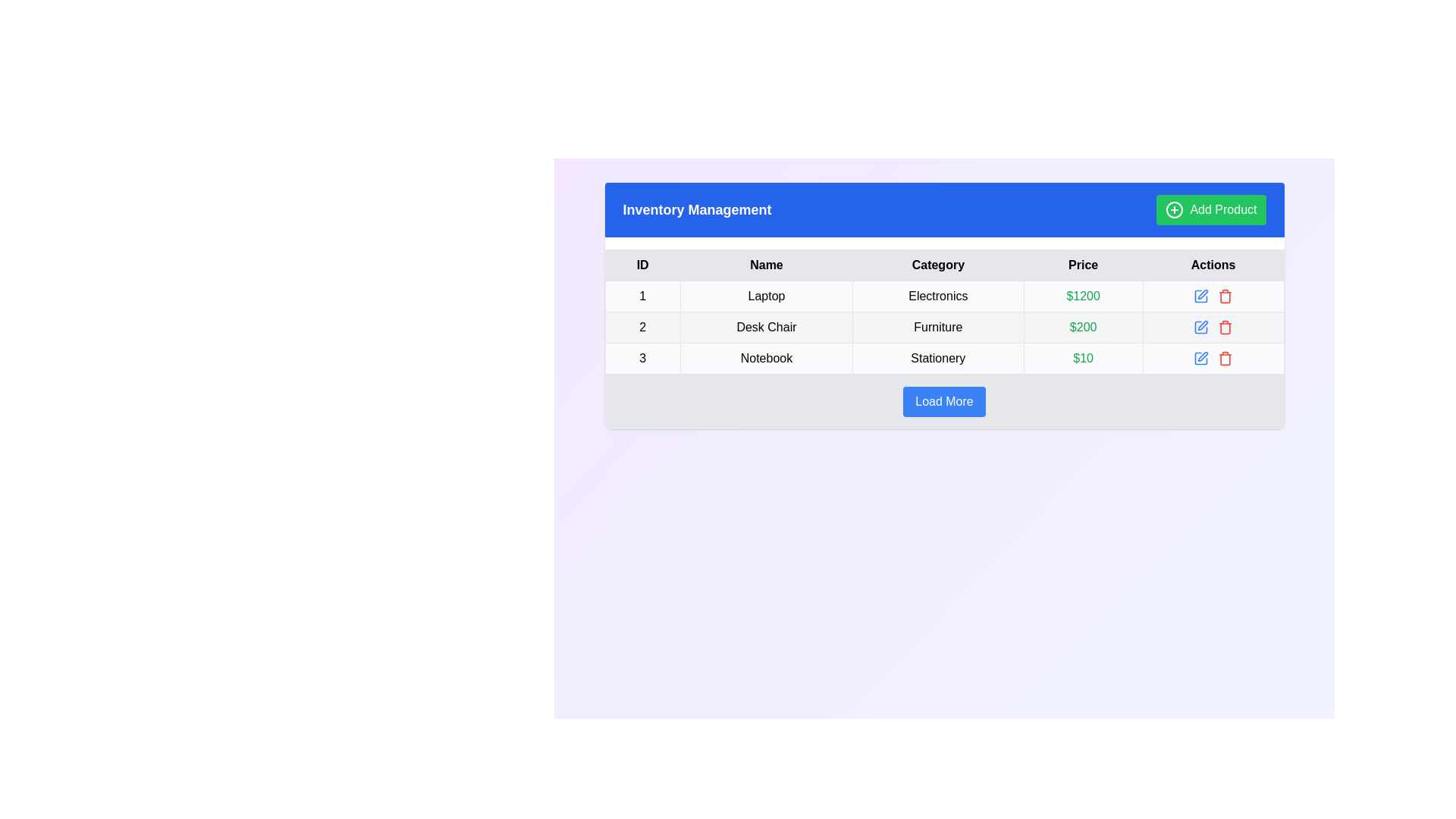 This screenshot has height=819, width=1456. I want to click on the 'Furniture' text label, which is located in the second row of the category column in the grid-like table structure, so click(937, 327).